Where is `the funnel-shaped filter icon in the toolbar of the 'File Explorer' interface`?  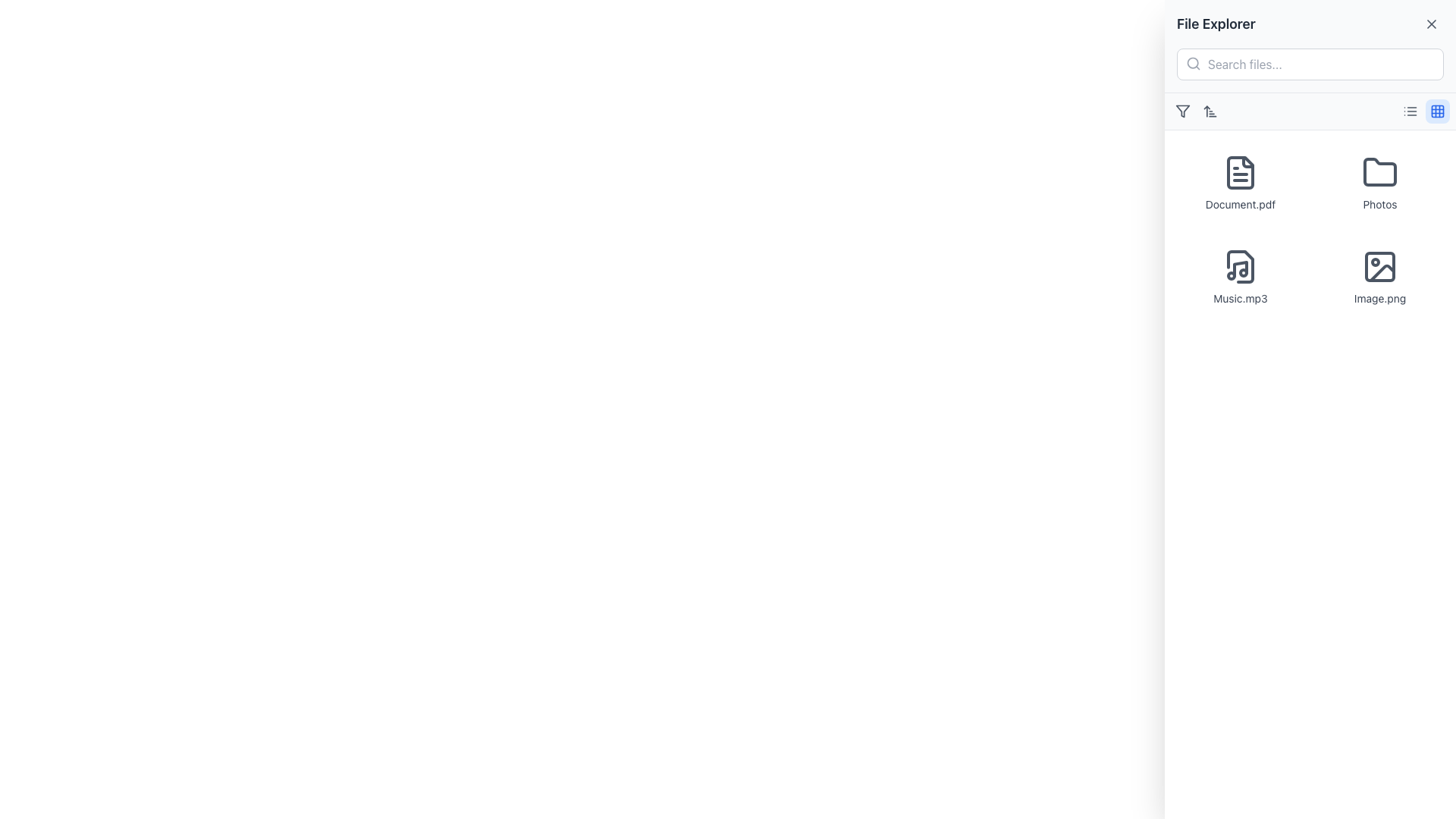
the funnel-shaped filter icon in the toolbar of the 'File Explorer' interface is located at coordinates (1182, 110).